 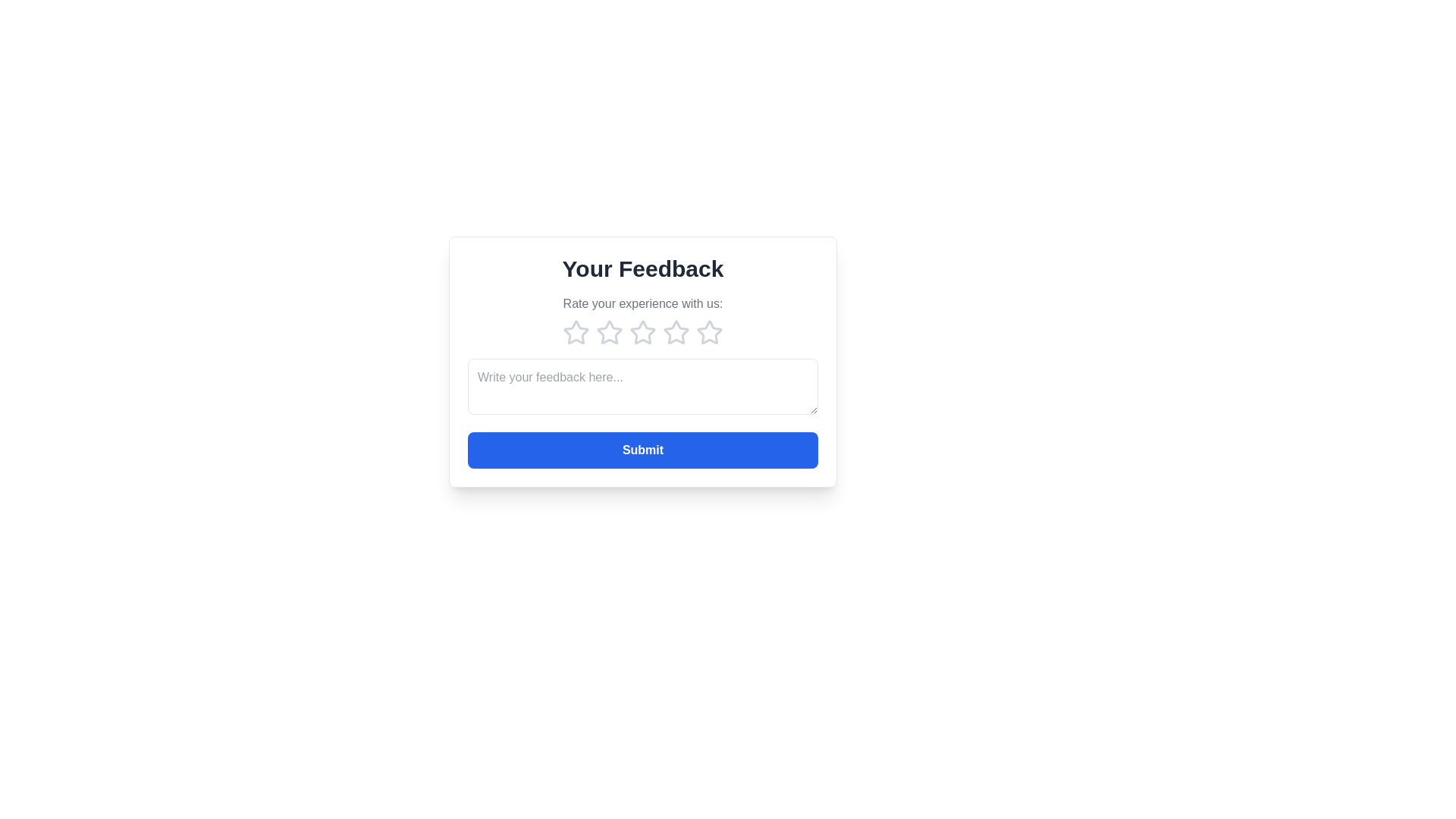 What do you see at coordinates (676, 332) in the screenshot?
I see `the star corresponding to 4 to set the rating` at bounding box center [676, 332].